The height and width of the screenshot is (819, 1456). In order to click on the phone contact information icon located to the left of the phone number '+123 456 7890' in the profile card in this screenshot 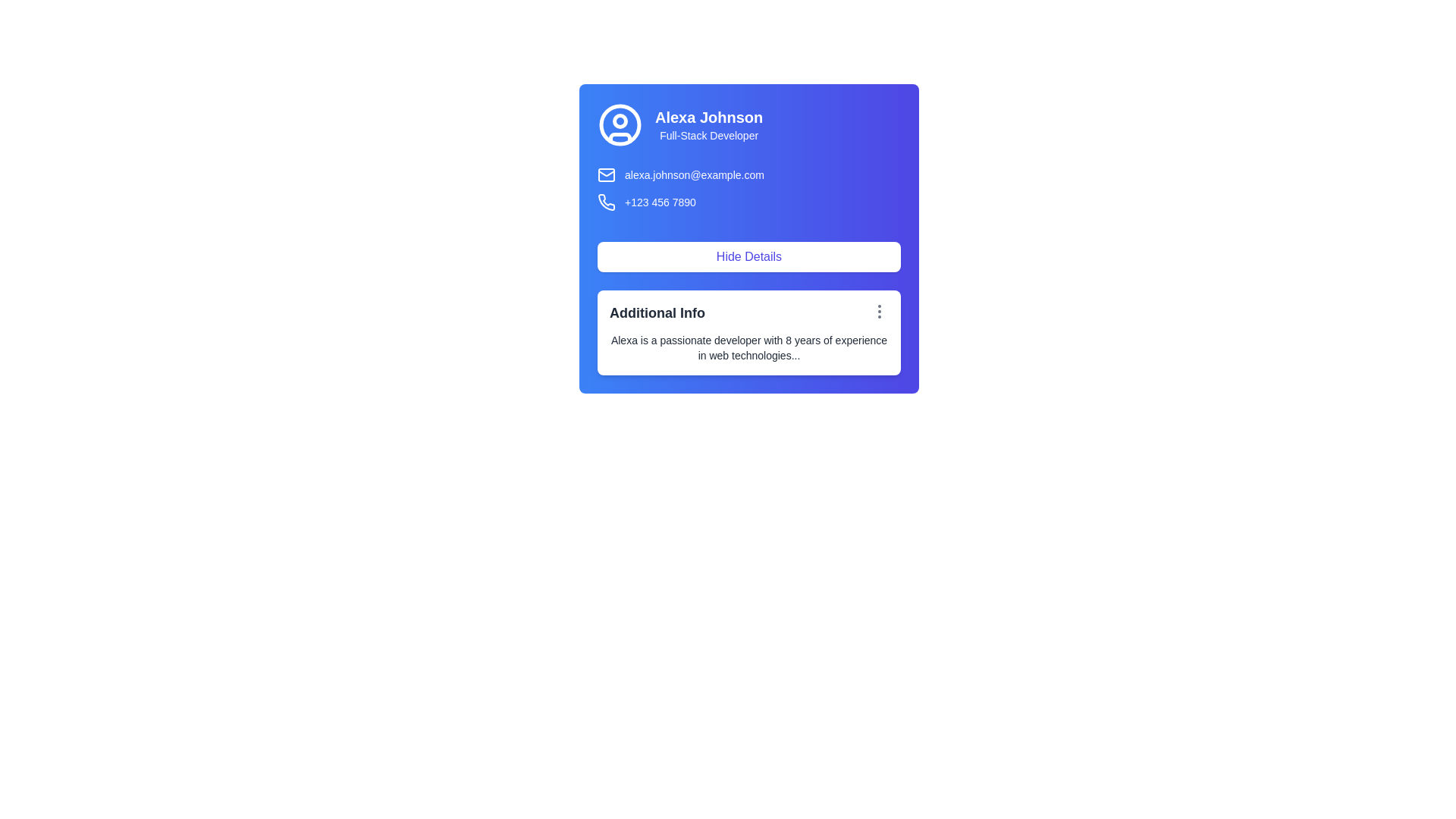, I will do `click(607, 201)`.